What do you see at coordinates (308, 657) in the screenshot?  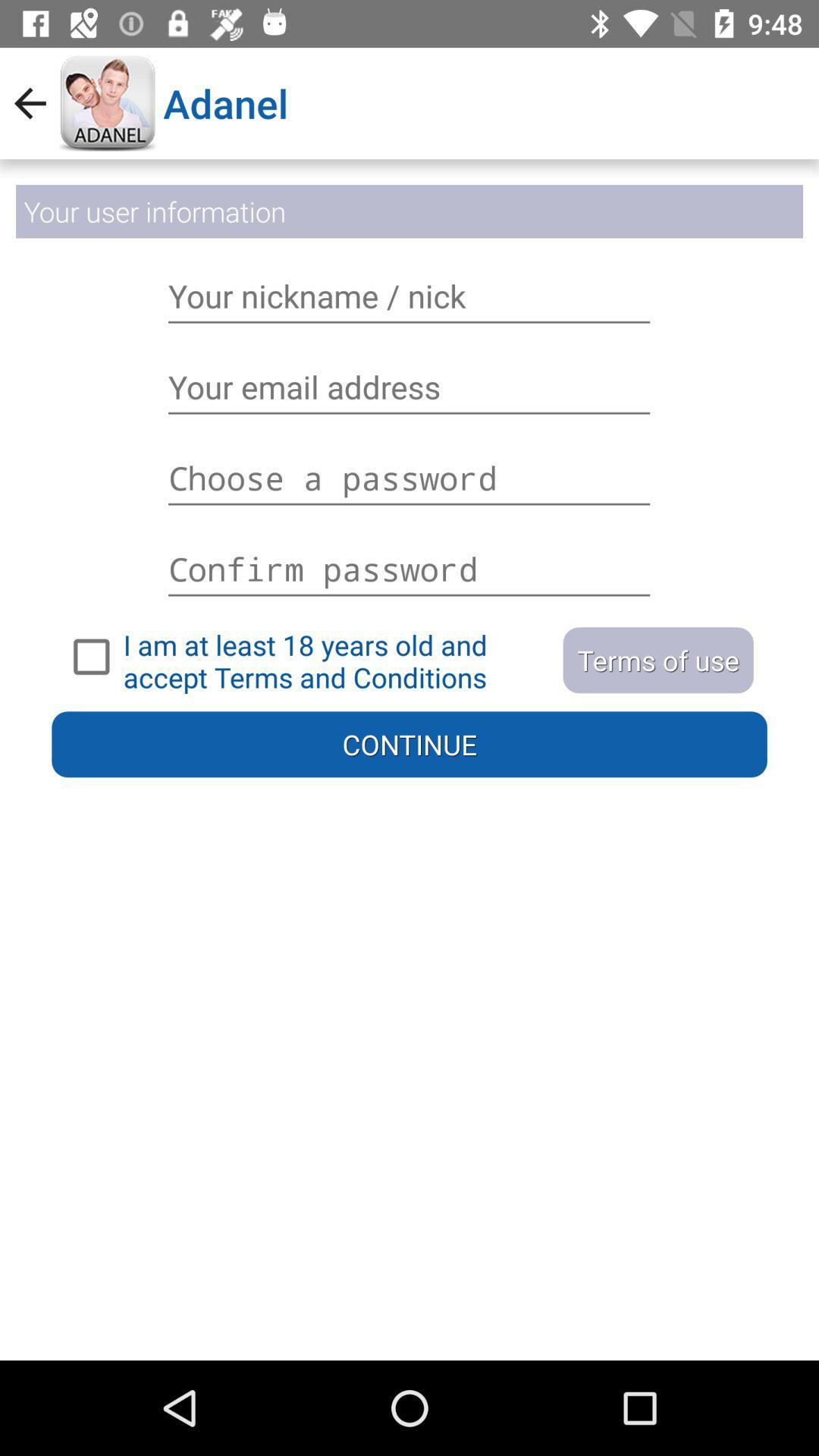 I see `check the box beside terms of use` at bounding box center [308, 657].